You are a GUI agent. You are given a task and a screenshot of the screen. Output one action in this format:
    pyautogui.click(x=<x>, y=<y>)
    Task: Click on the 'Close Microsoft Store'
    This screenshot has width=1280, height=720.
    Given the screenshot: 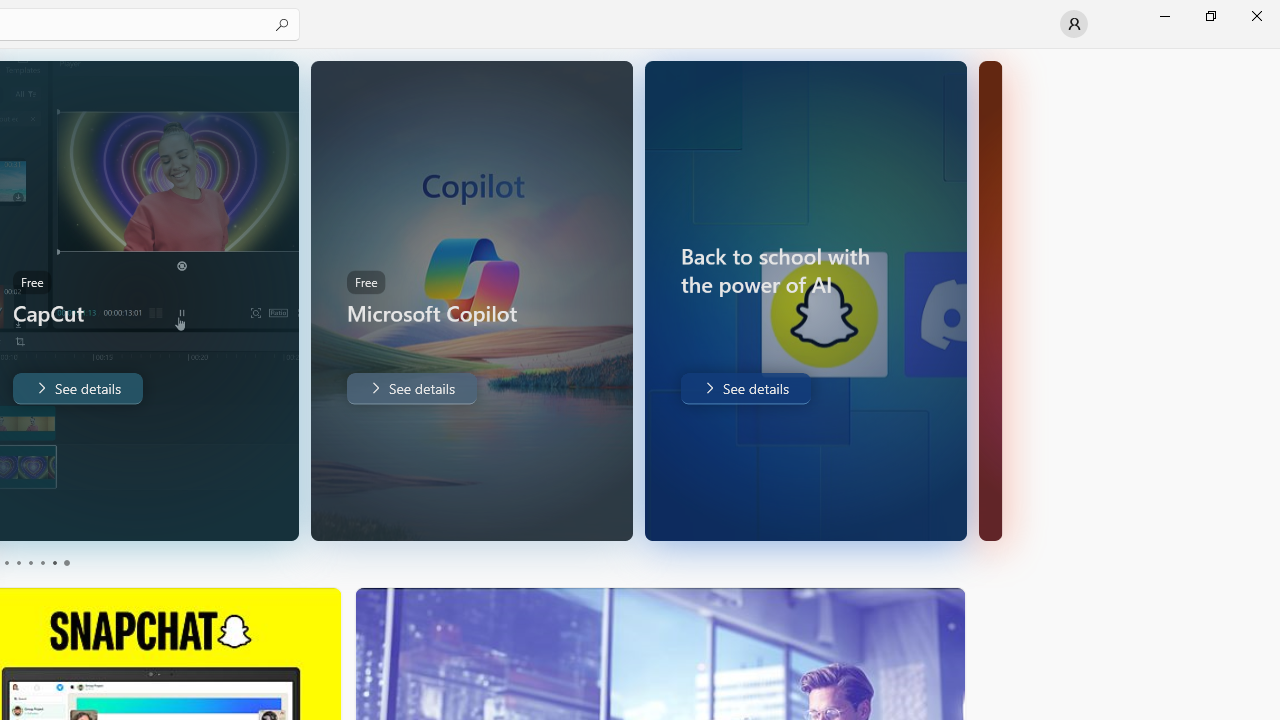 What is the action you would take?
    pyautogui.click(x=1255, y=15)
    